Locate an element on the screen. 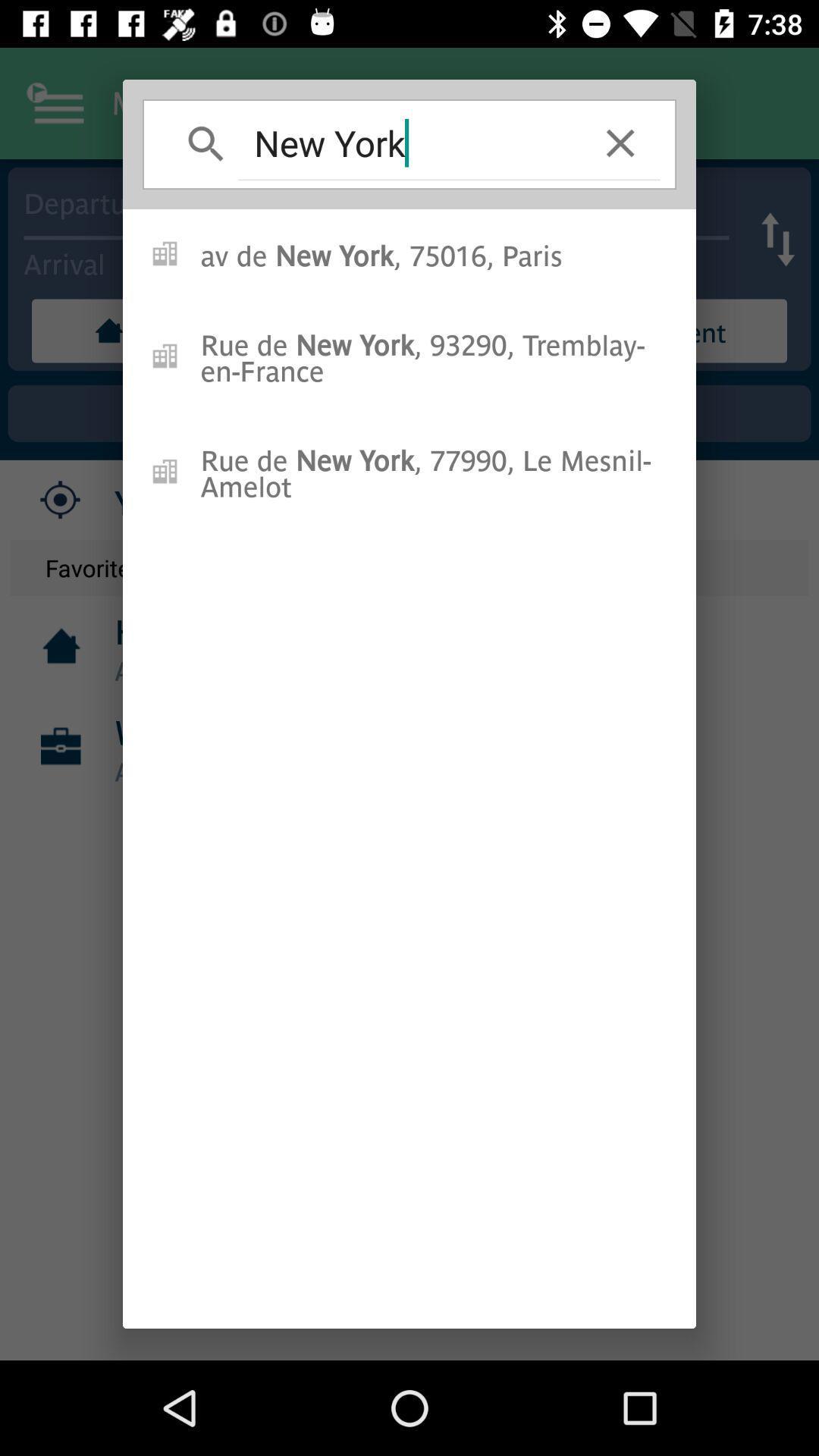  item next to new york icon is located at coordinates (620, 143).